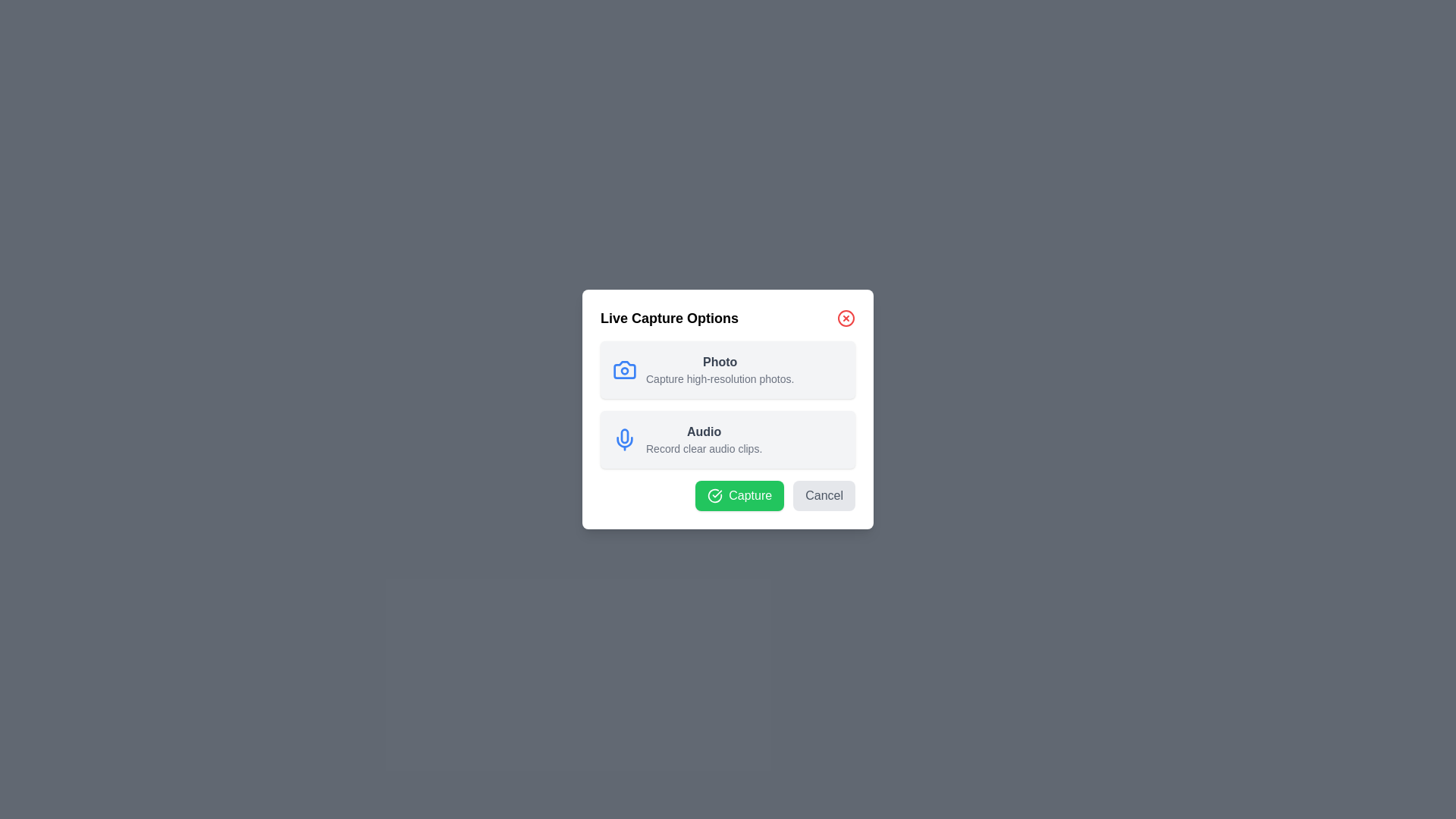 This screenshot has height=819, width=1456. What do you see at coordinates (728, 439) in the screenshot?
I see `the capture mode Audio` at bounding box center [728, 439].